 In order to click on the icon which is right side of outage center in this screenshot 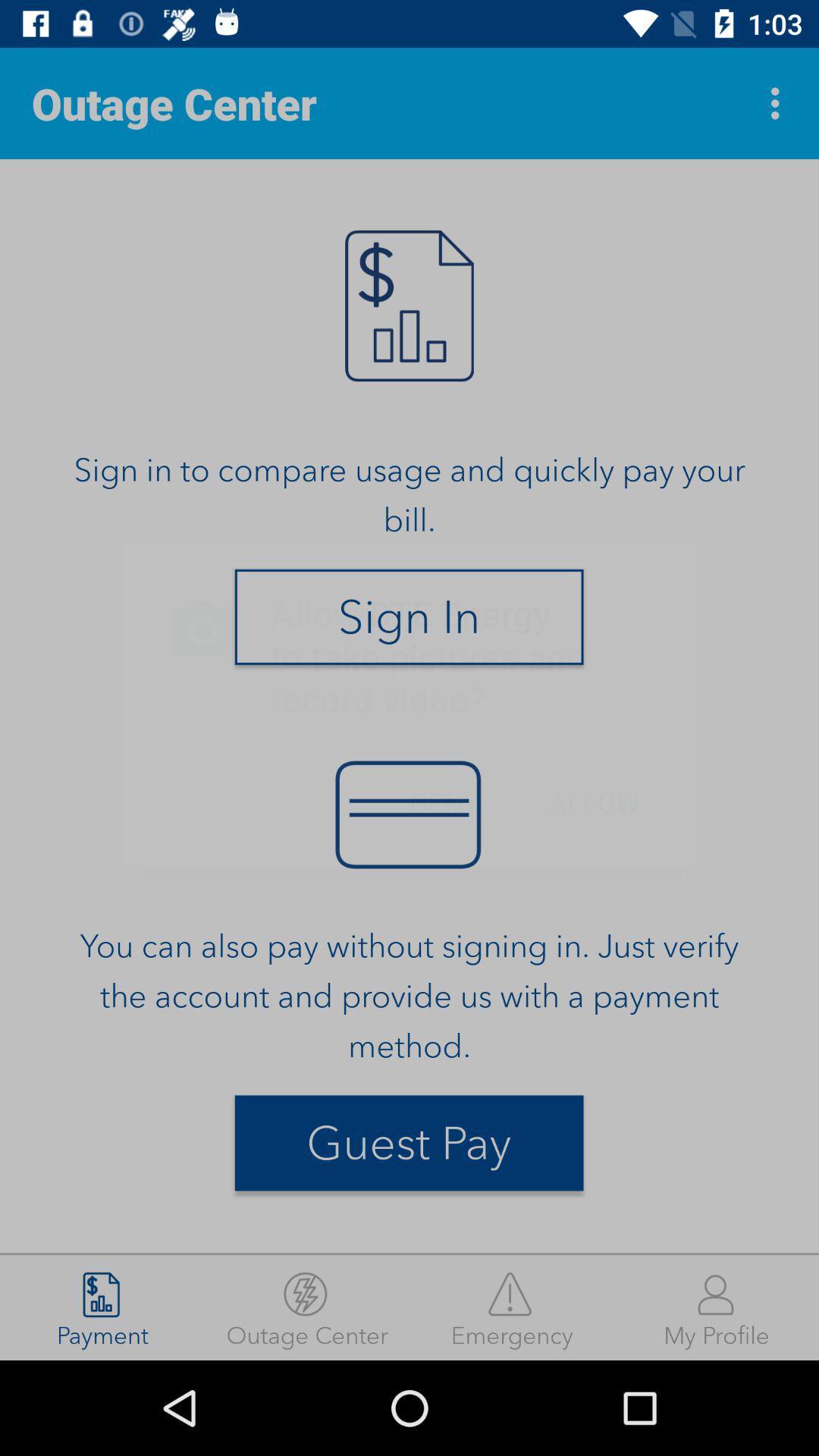, I will do `click(779, 103)`.